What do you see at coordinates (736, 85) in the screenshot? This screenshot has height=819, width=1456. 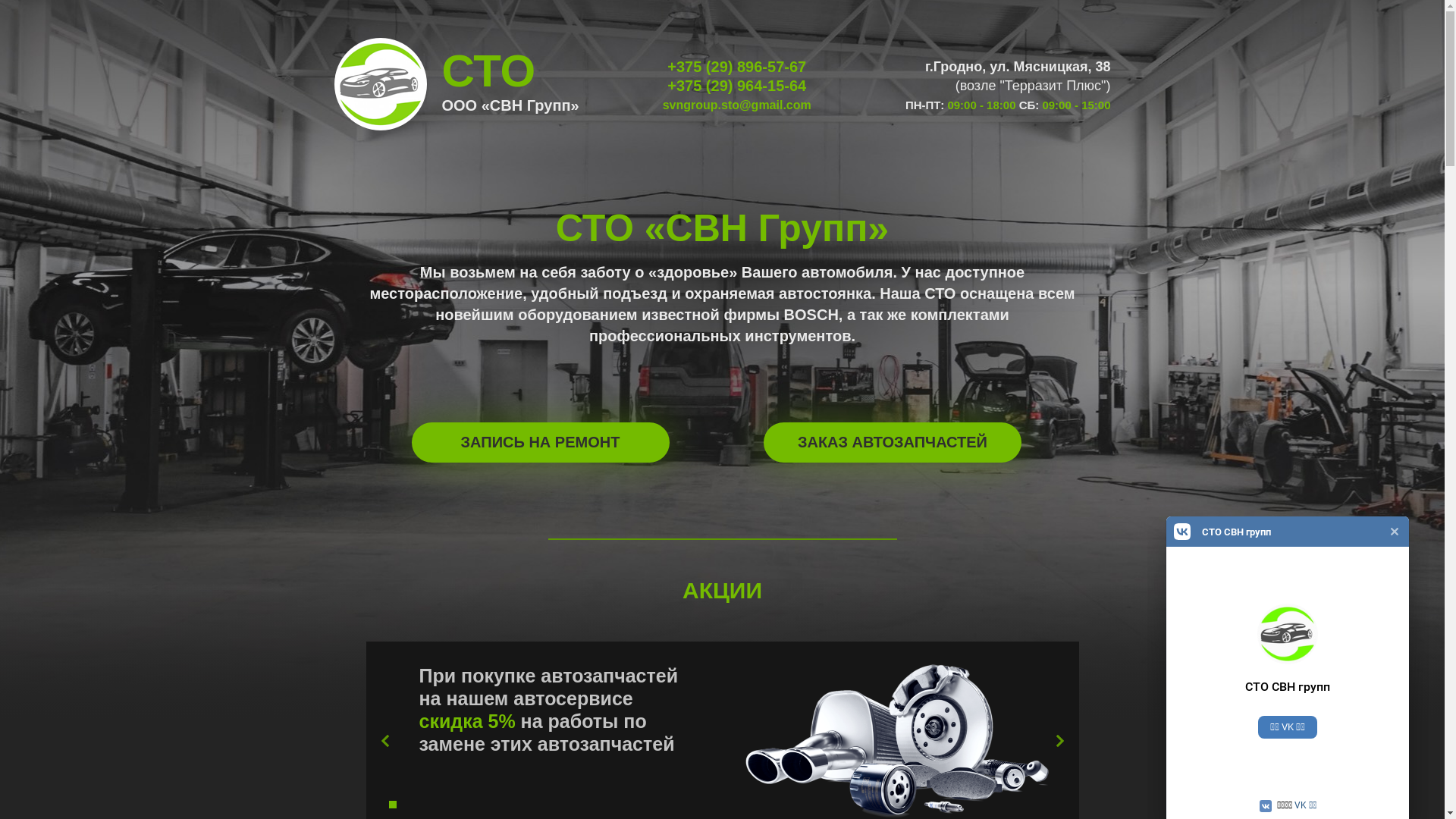 I see `'+375 (29) 964-15-64'` at bounding box center [736, 85].